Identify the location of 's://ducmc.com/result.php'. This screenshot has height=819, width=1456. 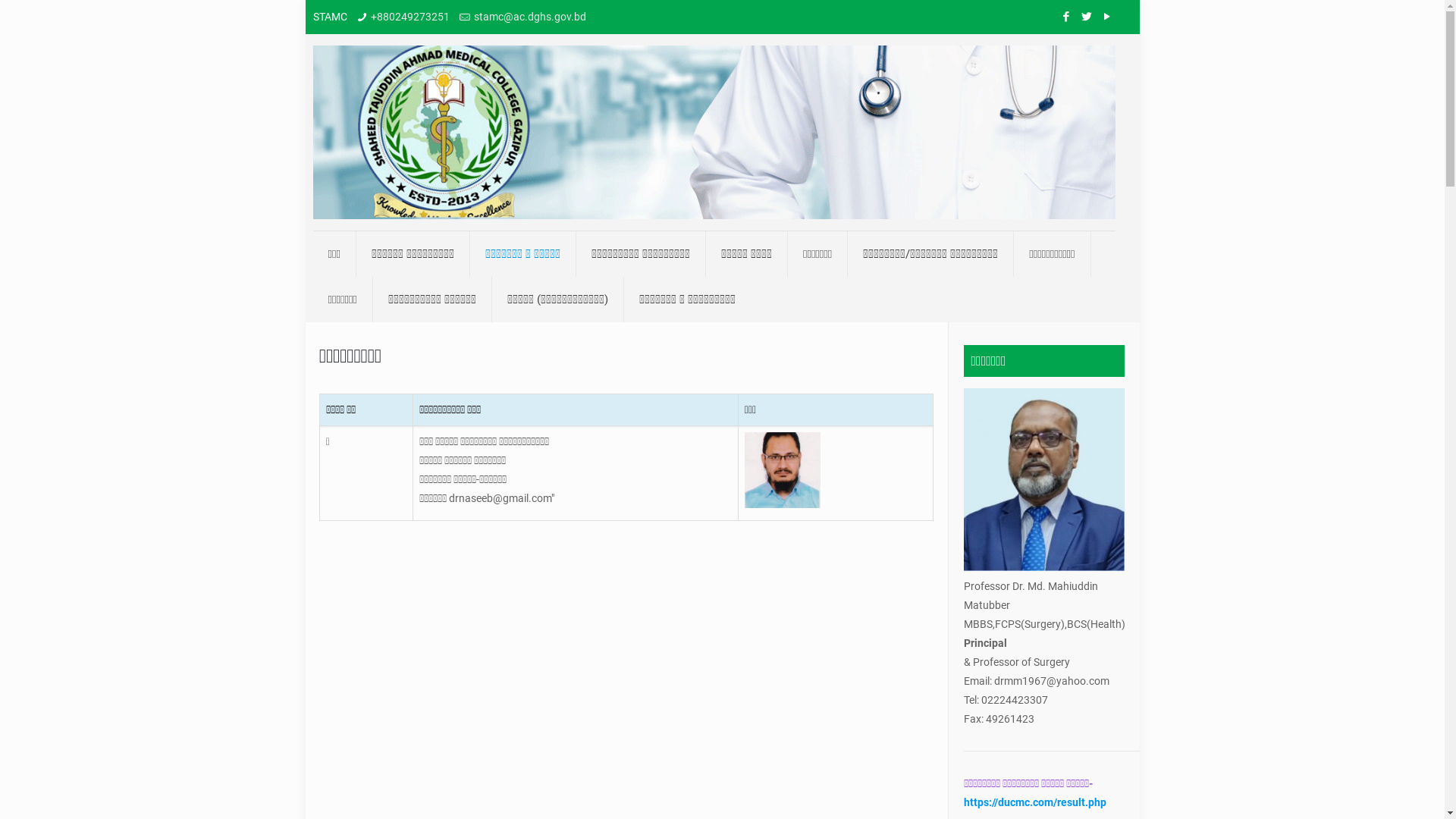
(1043, 801).